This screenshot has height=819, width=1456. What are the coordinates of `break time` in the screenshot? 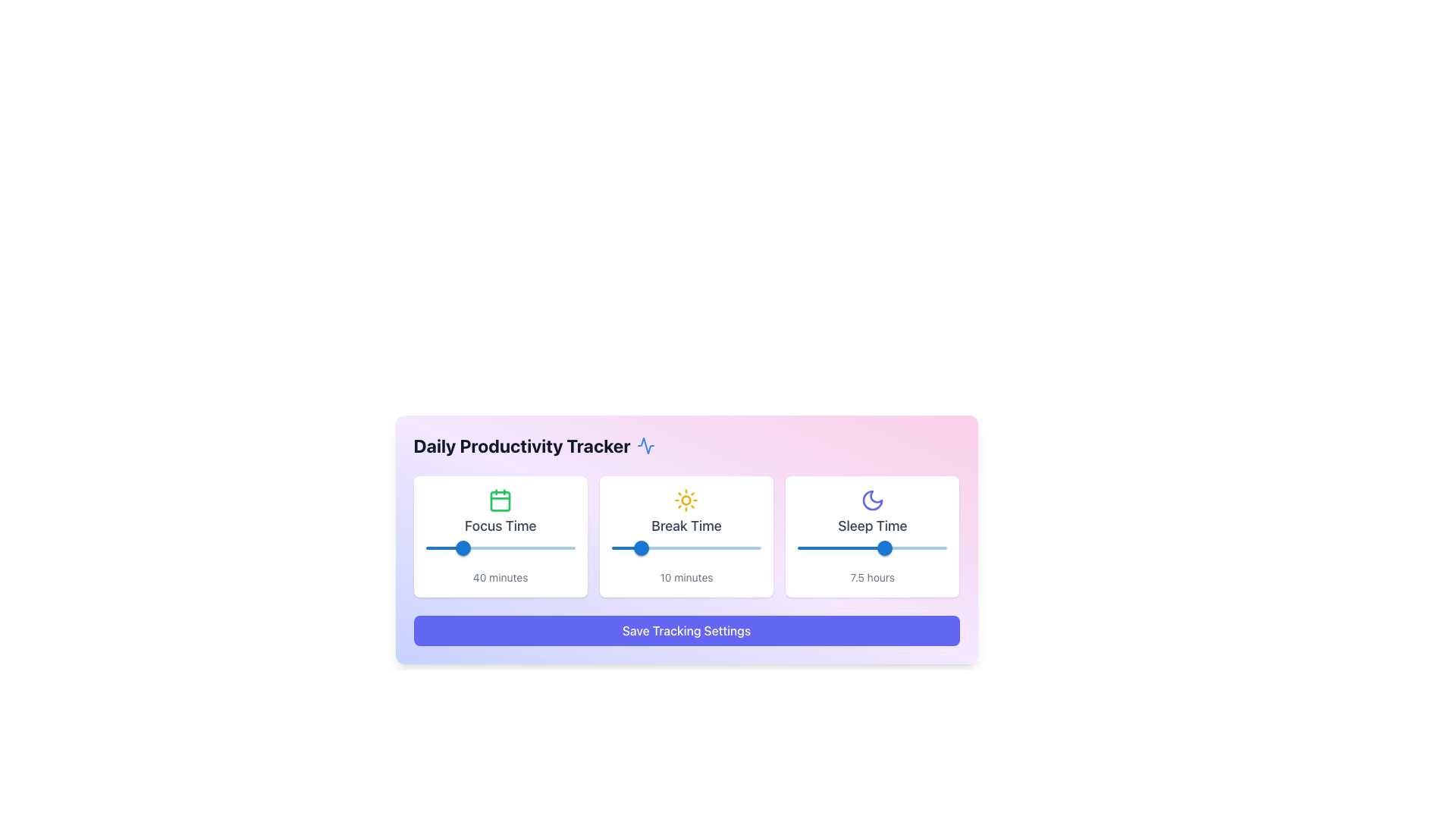 It's located at (714, 548).